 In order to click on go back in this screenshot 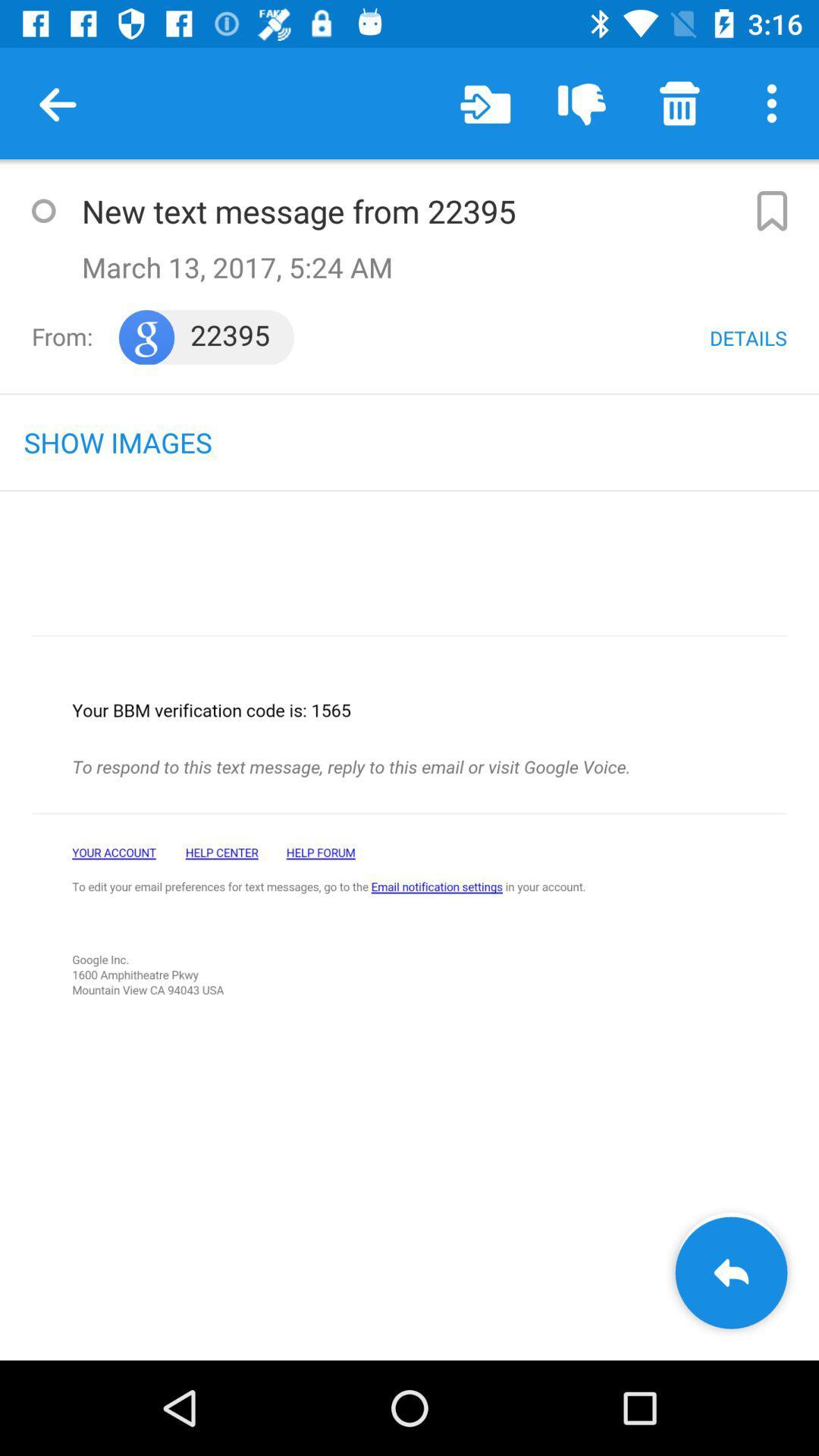, I will do `click(730, 1272)`.